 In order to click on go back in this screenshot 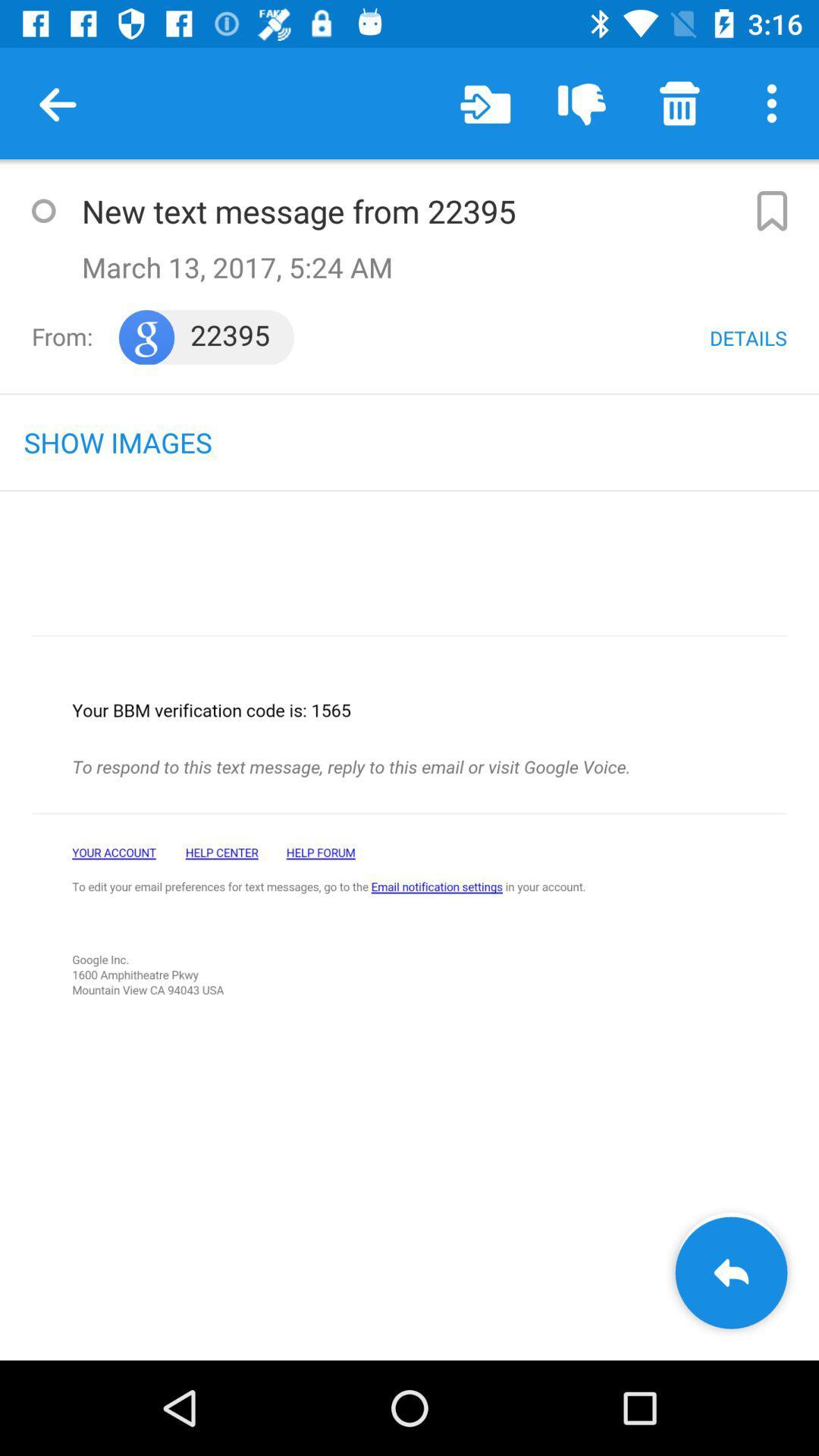, I will do `click(730, 1272)`.